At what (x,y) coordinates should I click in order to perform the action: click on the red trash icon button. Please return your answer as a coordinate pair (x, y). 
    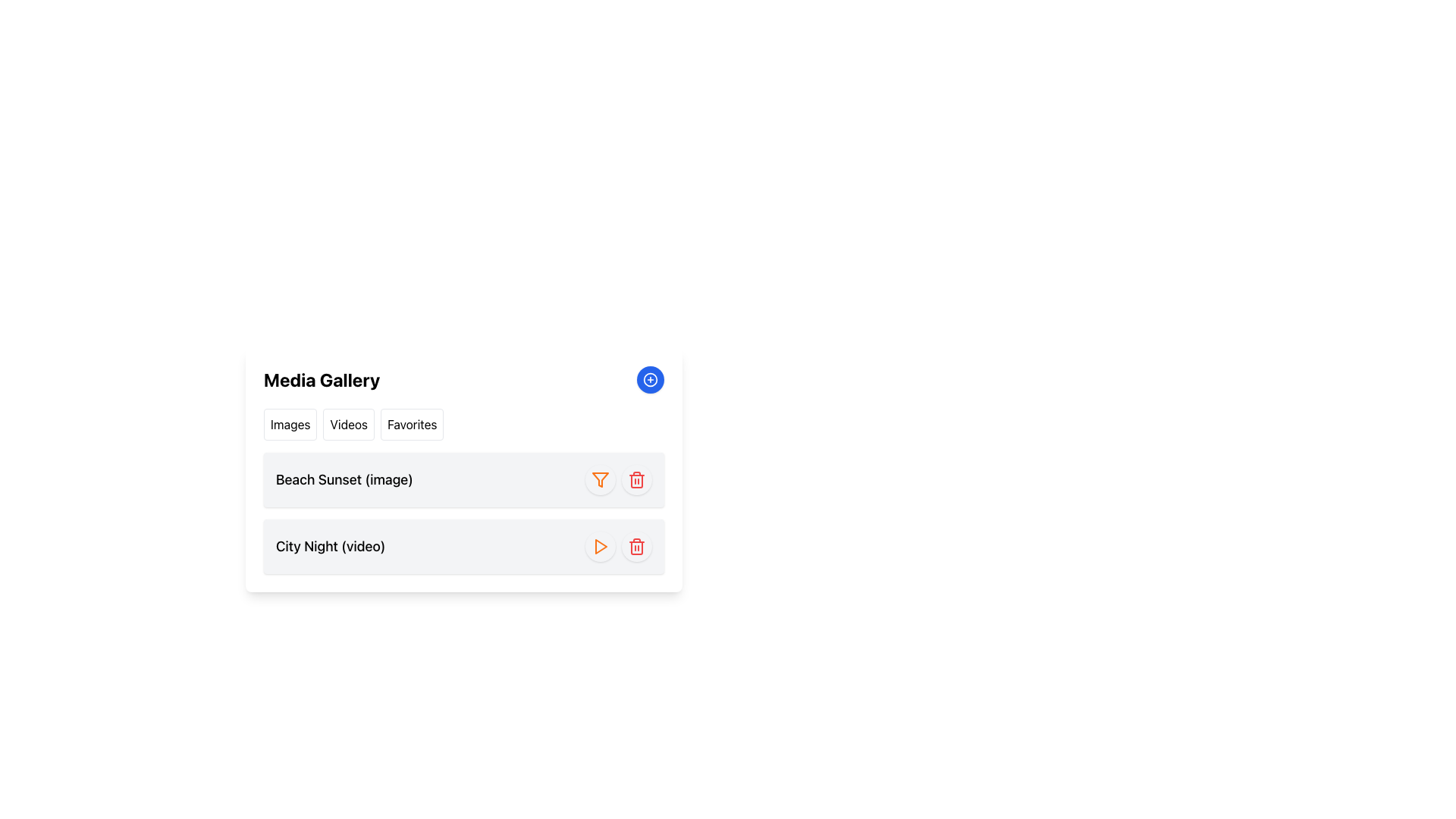
    Looking at the image, I should click on (637, 547).